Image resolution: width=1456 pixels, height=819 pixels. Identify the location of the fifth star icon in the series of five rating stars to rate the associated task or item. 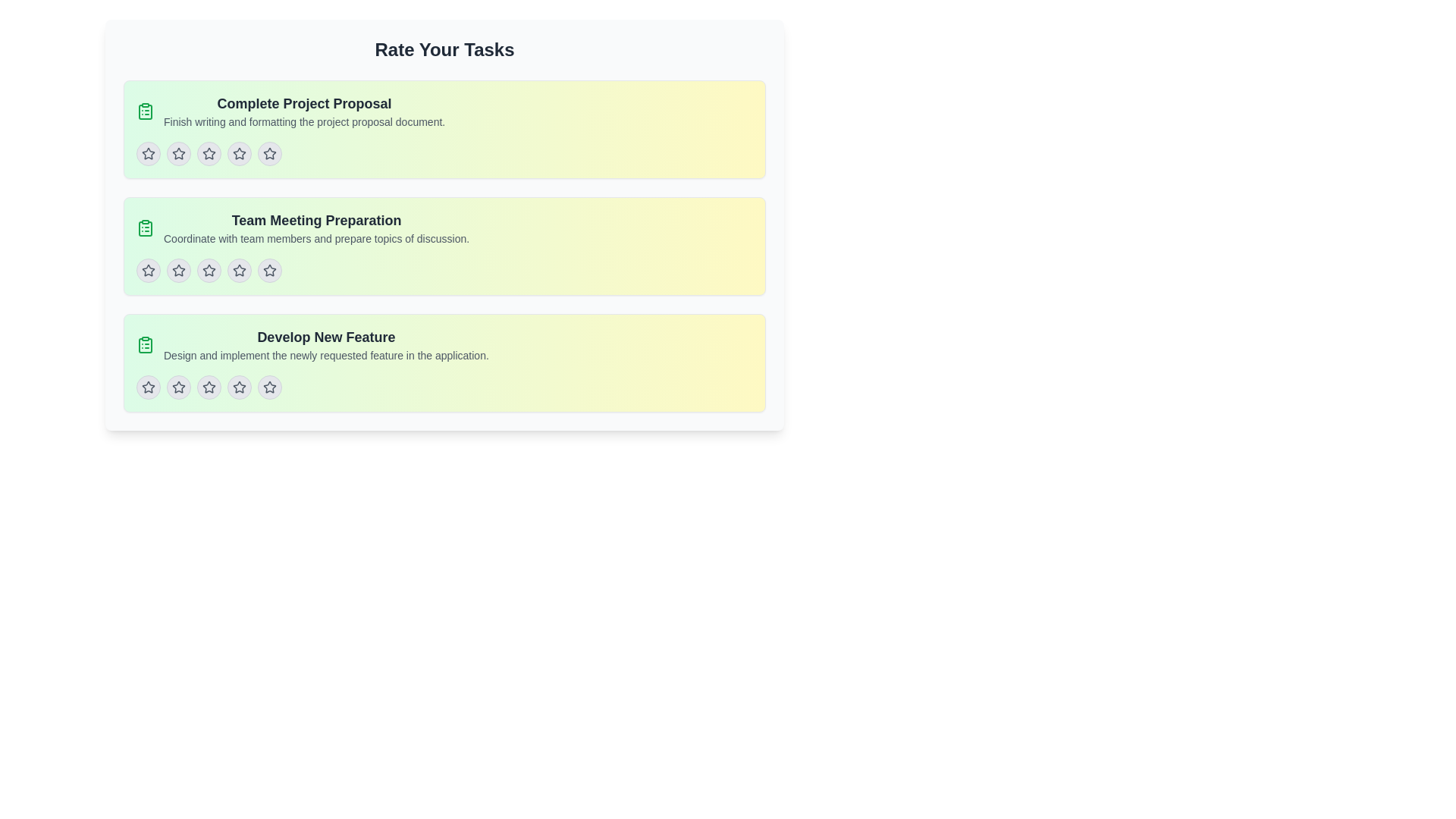
(269, 386).